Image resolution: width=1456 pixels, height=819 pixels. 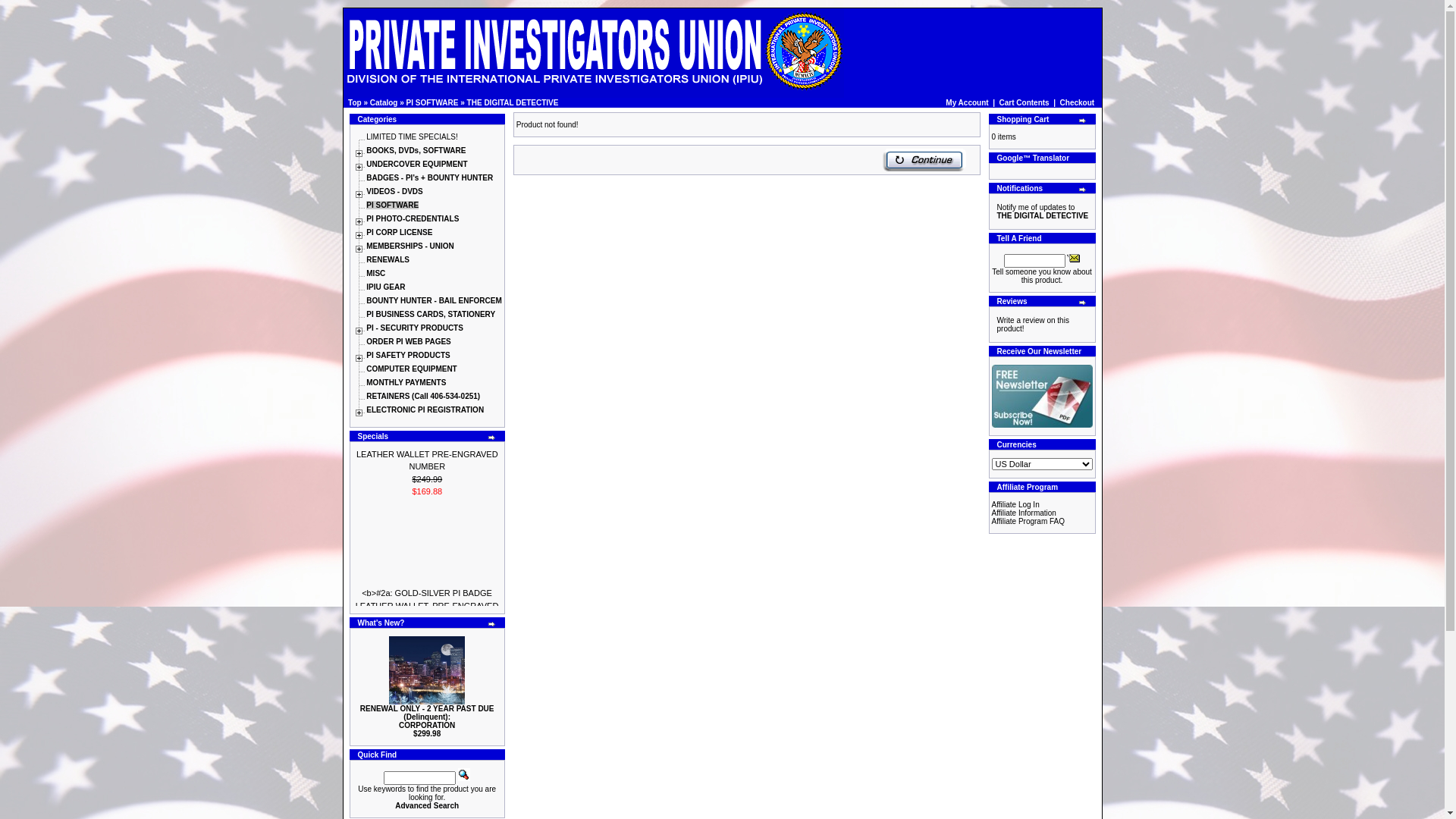 What do you see at coordinates (416, 164) in the screenshot?
I see `'UNDERCOVER EQUIPMENT'` at bounding box center [416, 164].